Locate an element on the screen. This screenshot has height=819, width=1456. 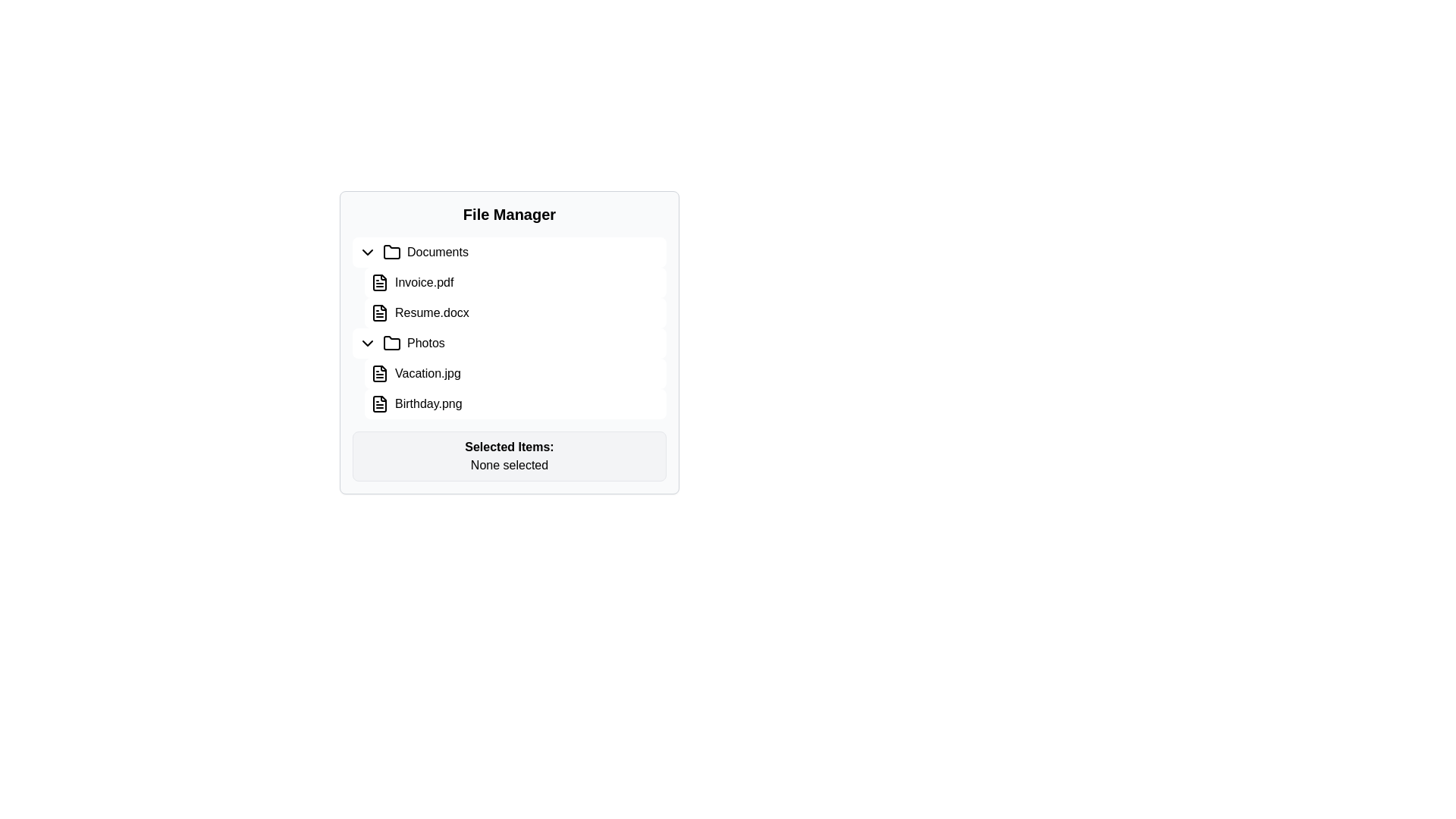
the 'Invoice.pdf' file entry item in the Documents folder is located at coordinates (510, 283).